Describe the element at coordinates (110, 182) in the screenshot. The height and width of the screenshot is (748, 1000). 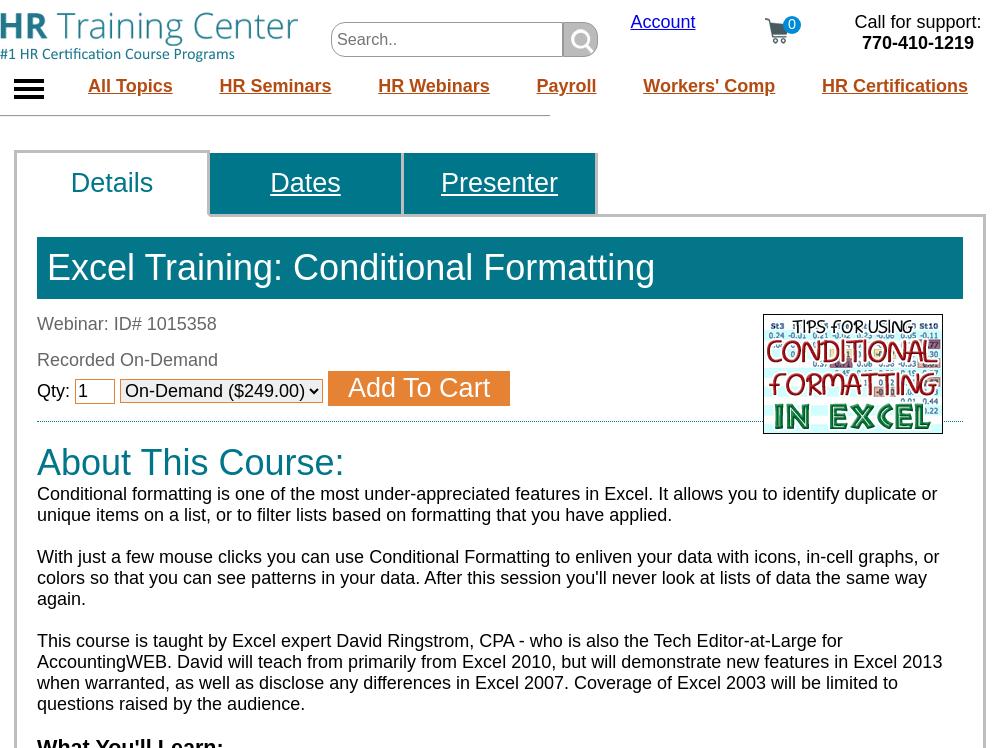
I see `'Details'` at that location.